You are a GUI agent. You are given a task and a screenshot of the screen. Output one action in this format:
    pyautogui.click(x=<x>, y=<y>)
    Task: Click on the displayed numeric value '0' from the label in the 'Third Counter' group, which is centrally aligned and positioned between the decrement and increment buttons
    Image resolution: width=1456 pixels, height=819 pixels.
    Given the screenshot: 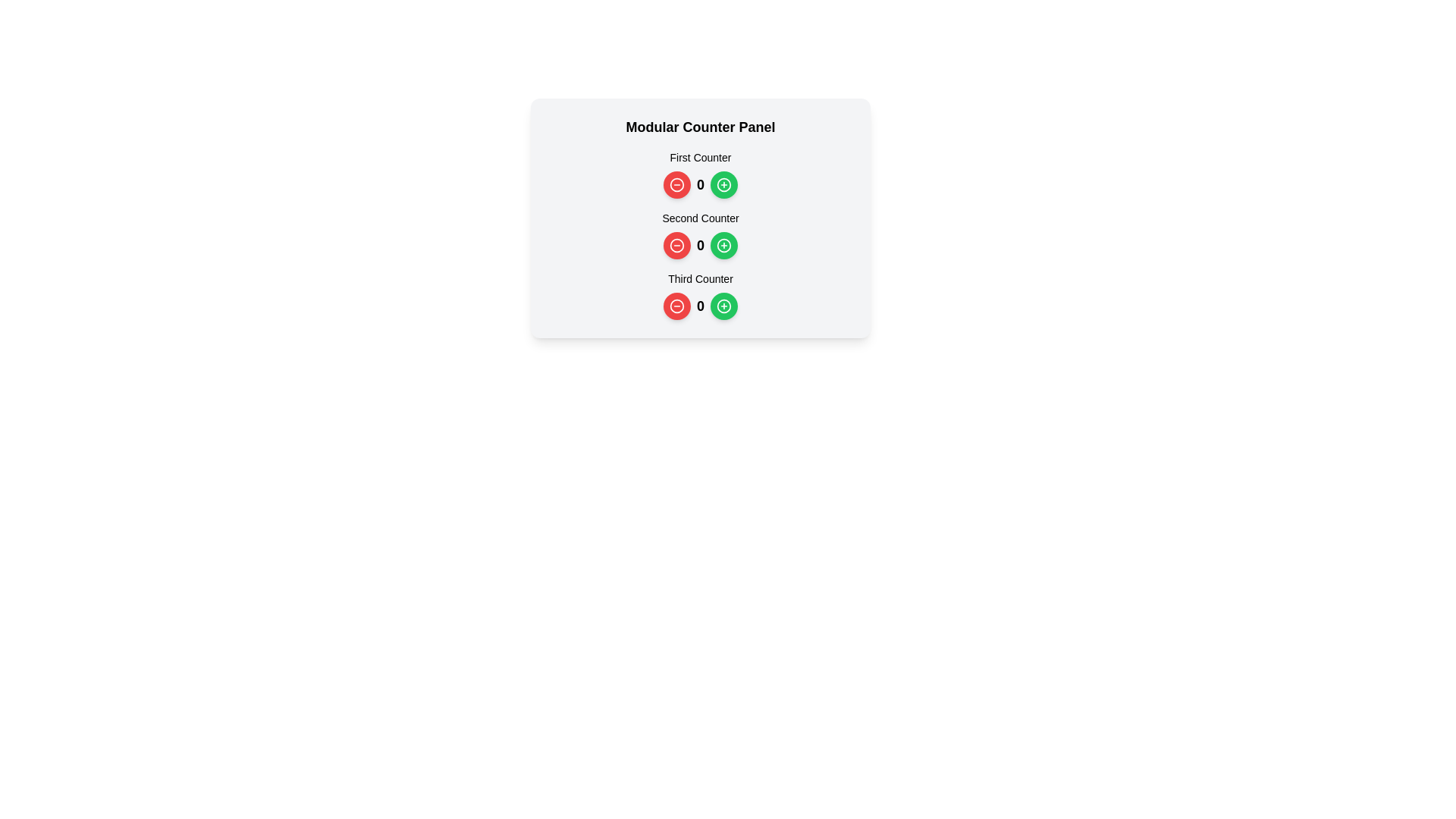 What is the action you would take?
    pyautogui.click(x=700, y=306)
    